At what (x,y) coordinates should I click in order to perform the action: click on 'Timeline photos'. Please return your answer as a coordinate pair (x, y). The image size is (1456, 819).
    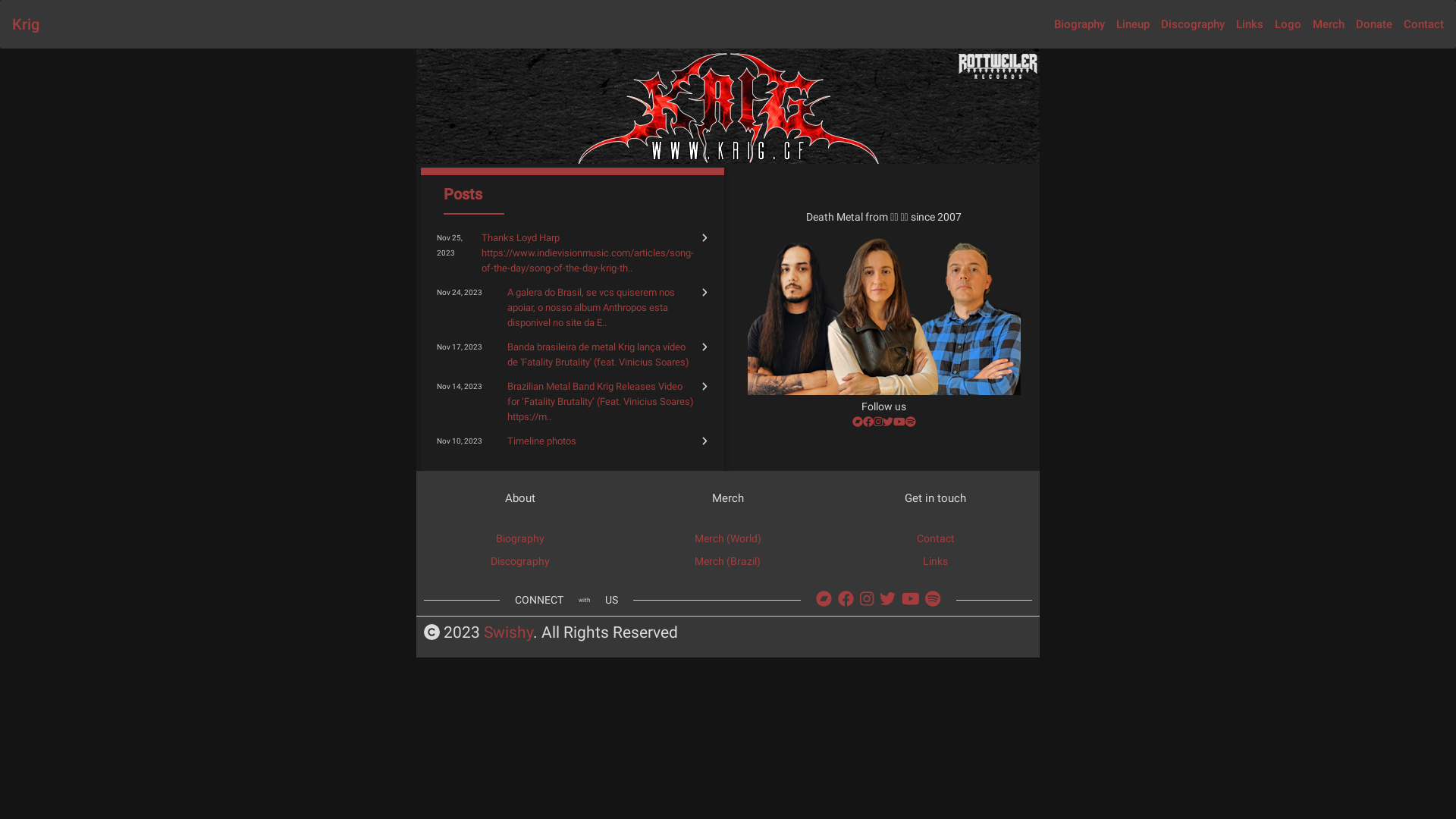
    Looking at the image, I should click on (507, 441).